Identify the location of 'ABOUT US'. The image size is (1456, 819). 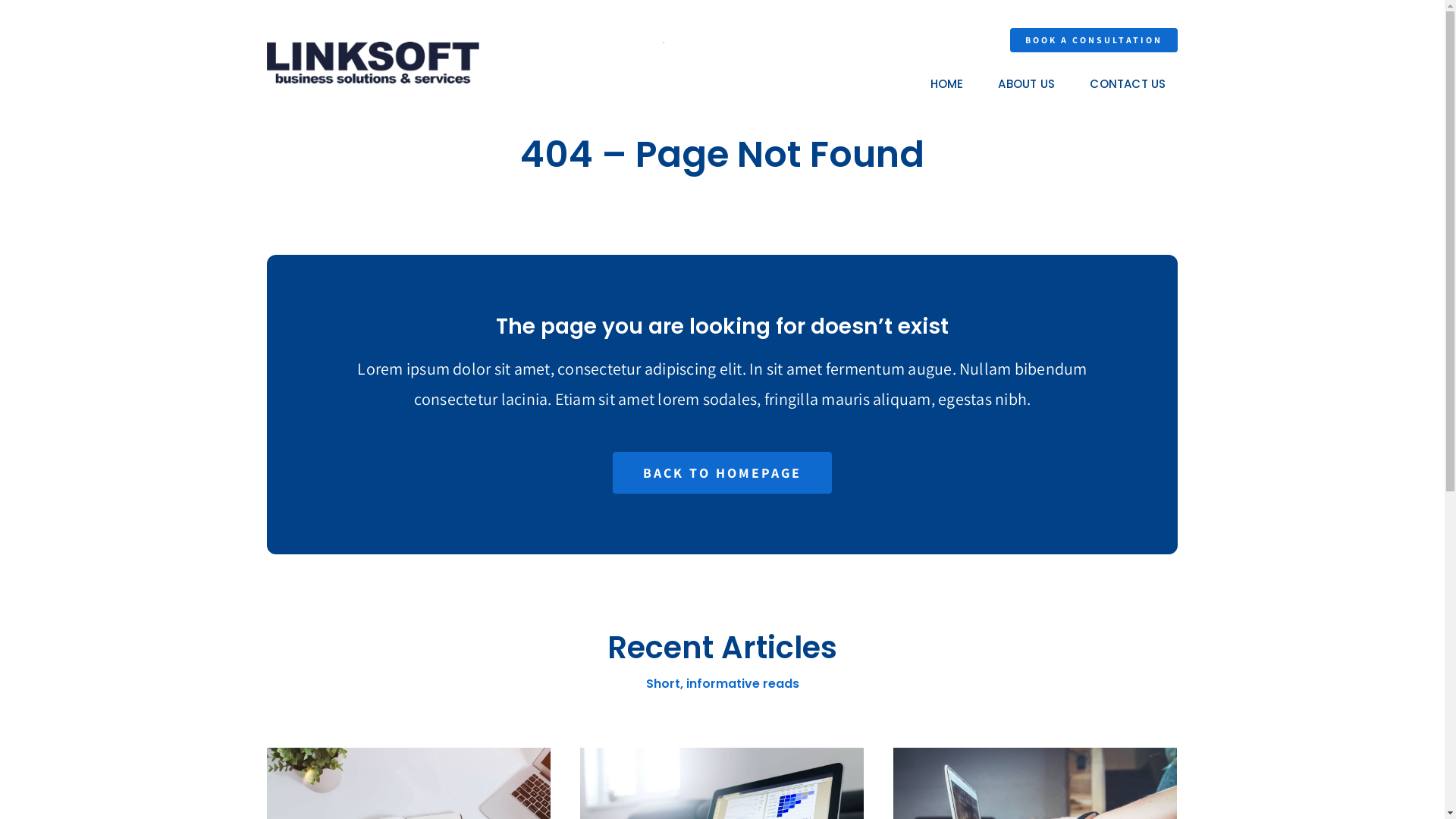
(1026, 84).